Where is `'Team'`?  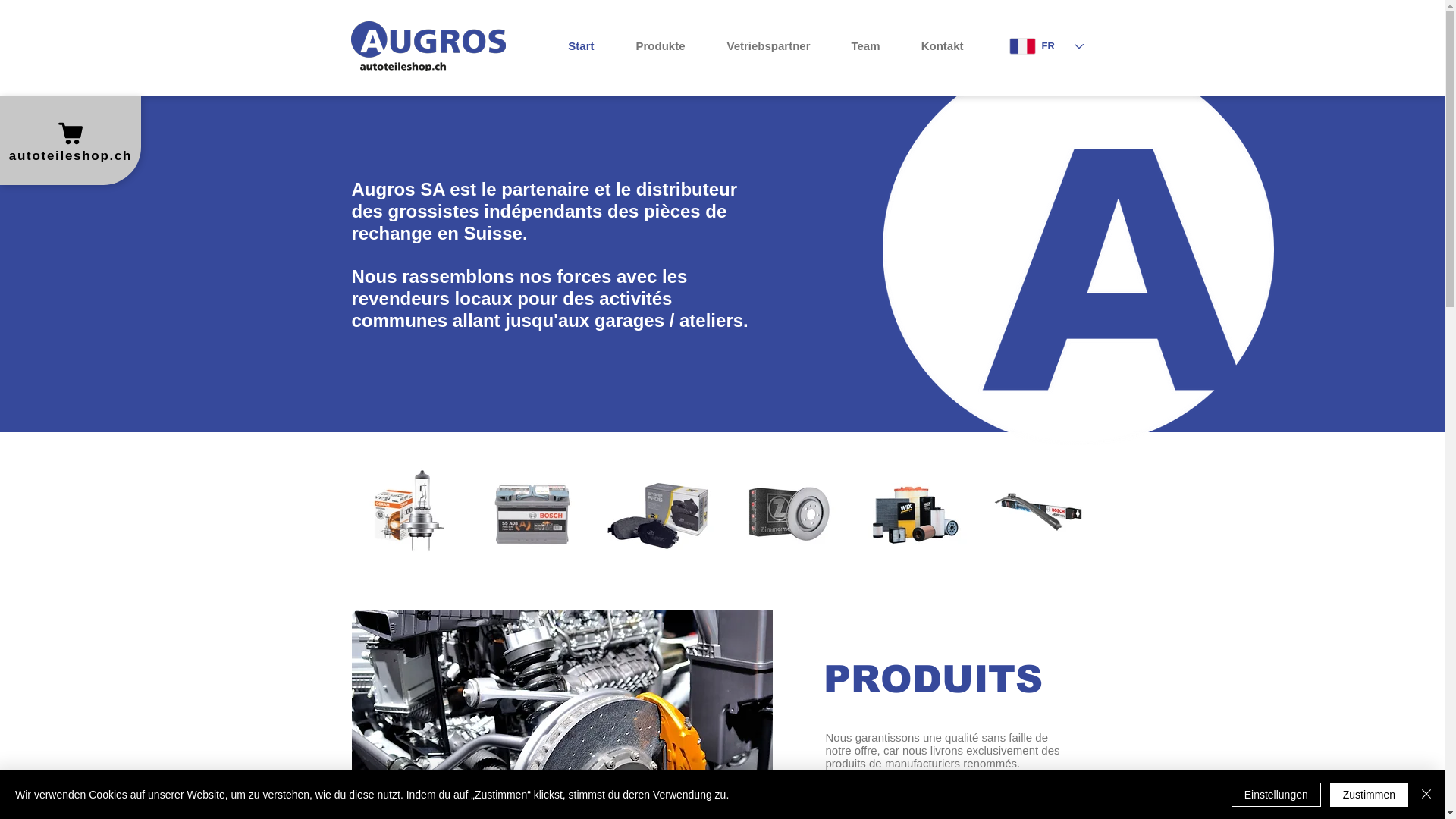 'Team' is located at coordinates (821, 45).